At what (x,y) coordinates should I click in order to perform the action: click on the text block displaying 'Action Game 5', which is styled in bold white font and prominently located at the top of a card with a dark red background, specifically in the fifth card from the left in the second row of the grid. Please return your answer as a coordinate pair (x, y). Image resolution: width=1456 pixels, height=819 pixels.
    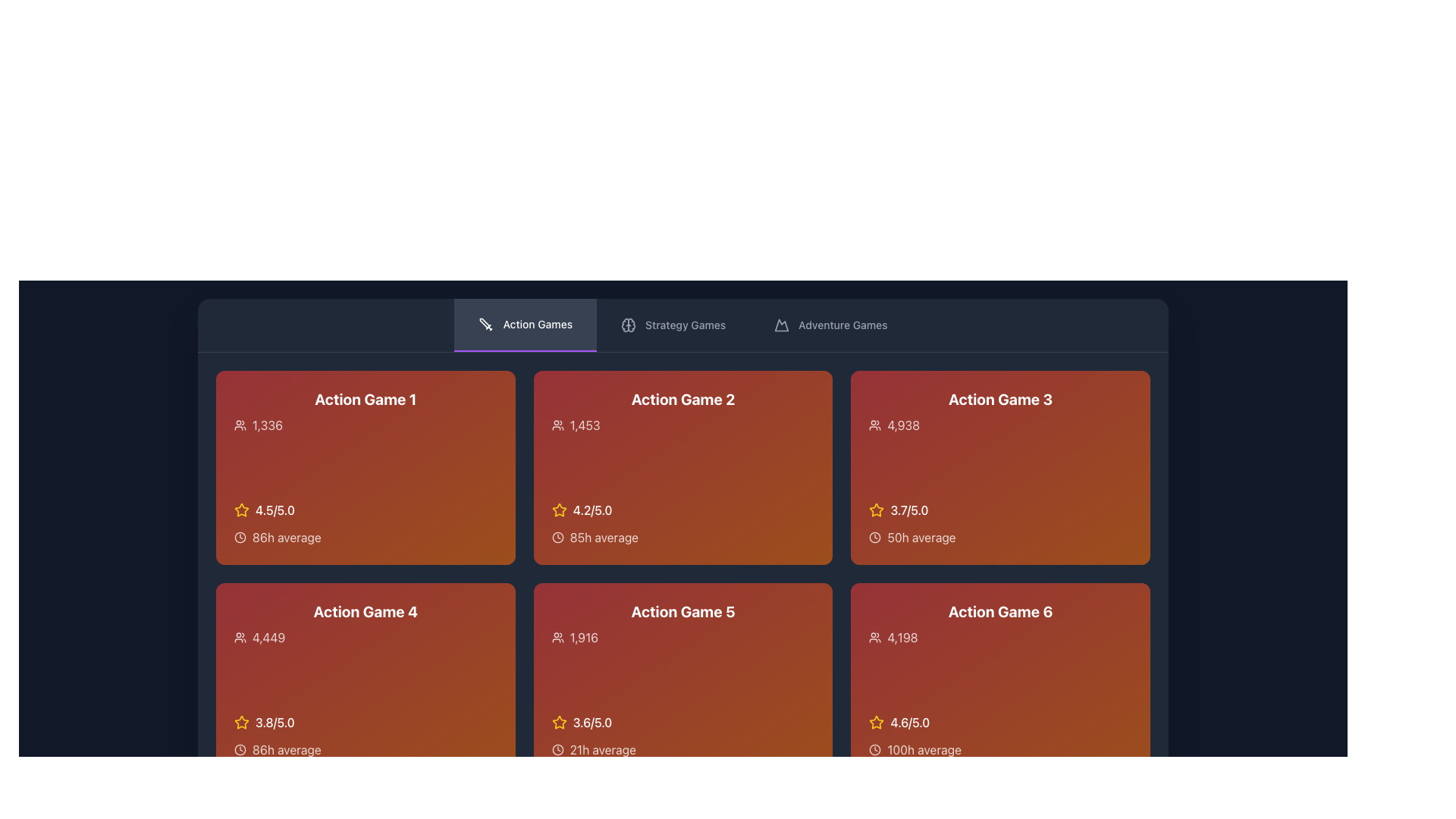
    Looking at the image, I should click on (682, 623).